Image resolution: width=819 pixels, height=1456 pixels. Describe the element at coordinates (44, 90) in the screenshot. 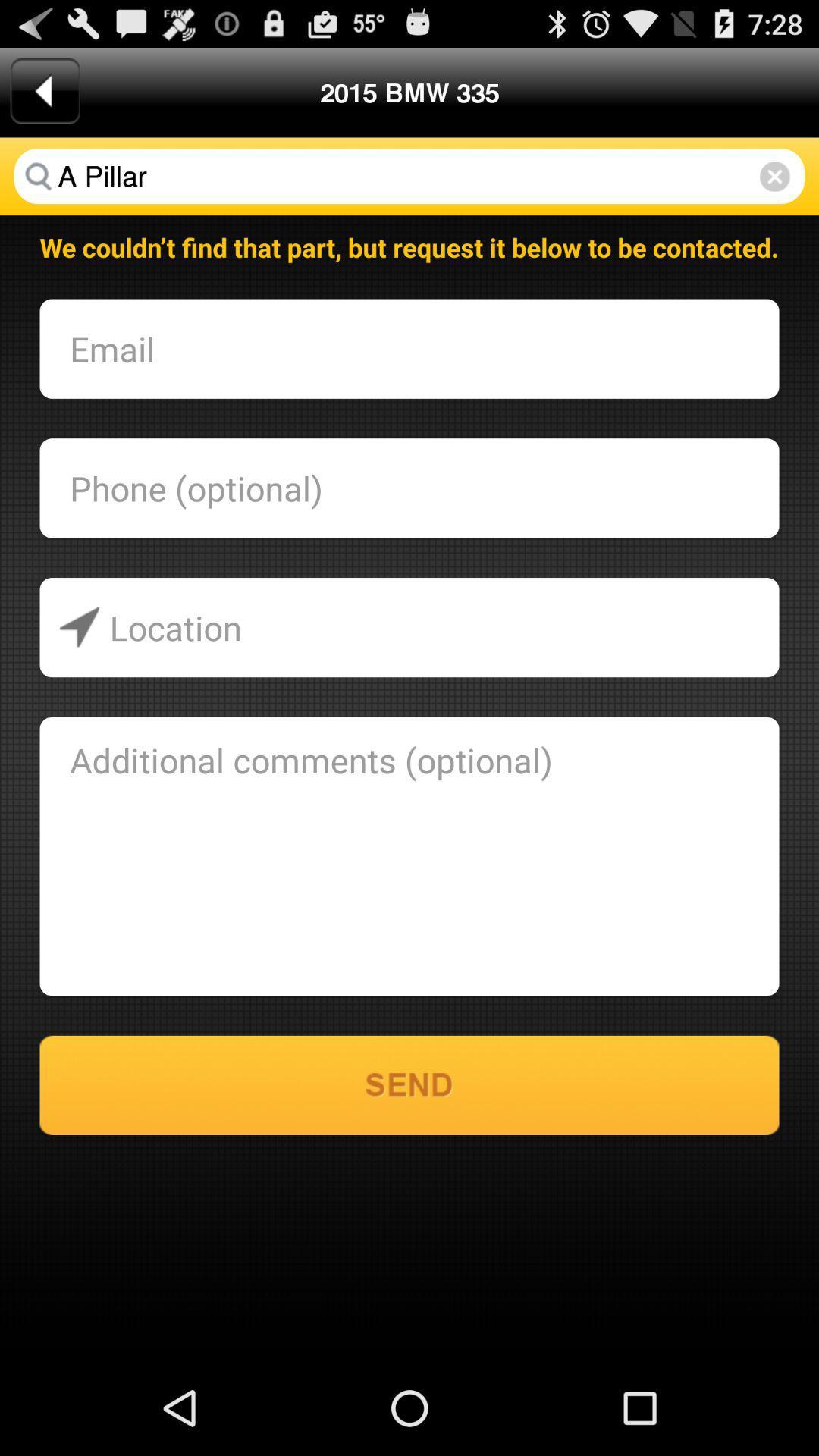

I see `the app above the a pillar item` at that location.